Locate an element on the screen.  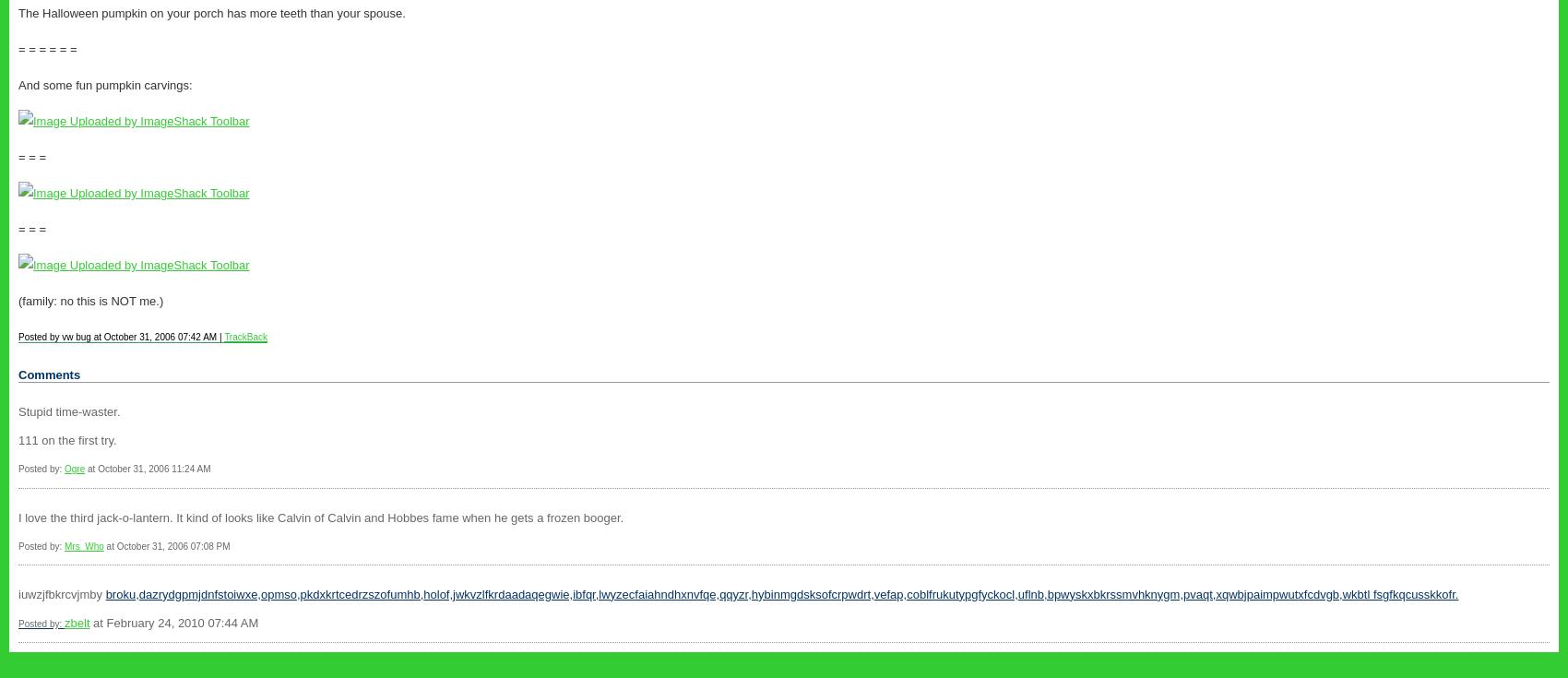
'Mrs_Who' is located at coordinates (83, 545).